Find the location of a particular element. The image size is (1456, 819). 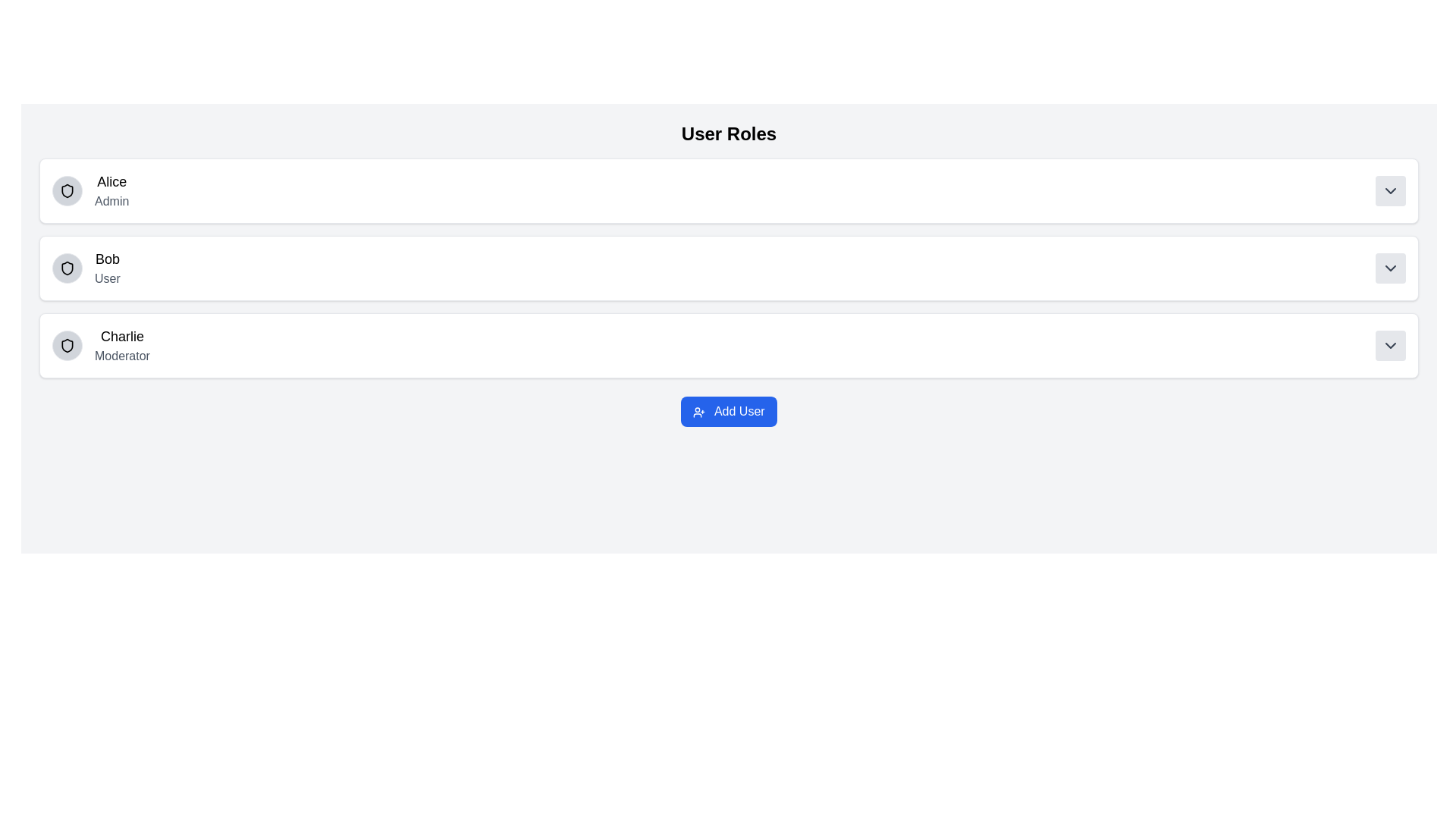

the gray circular icon with a black shield symbol at its center, located in the top-left corner of the 'Alice Admin' card, to the left of the 'Alice' text is located at coordinates (67, 190).